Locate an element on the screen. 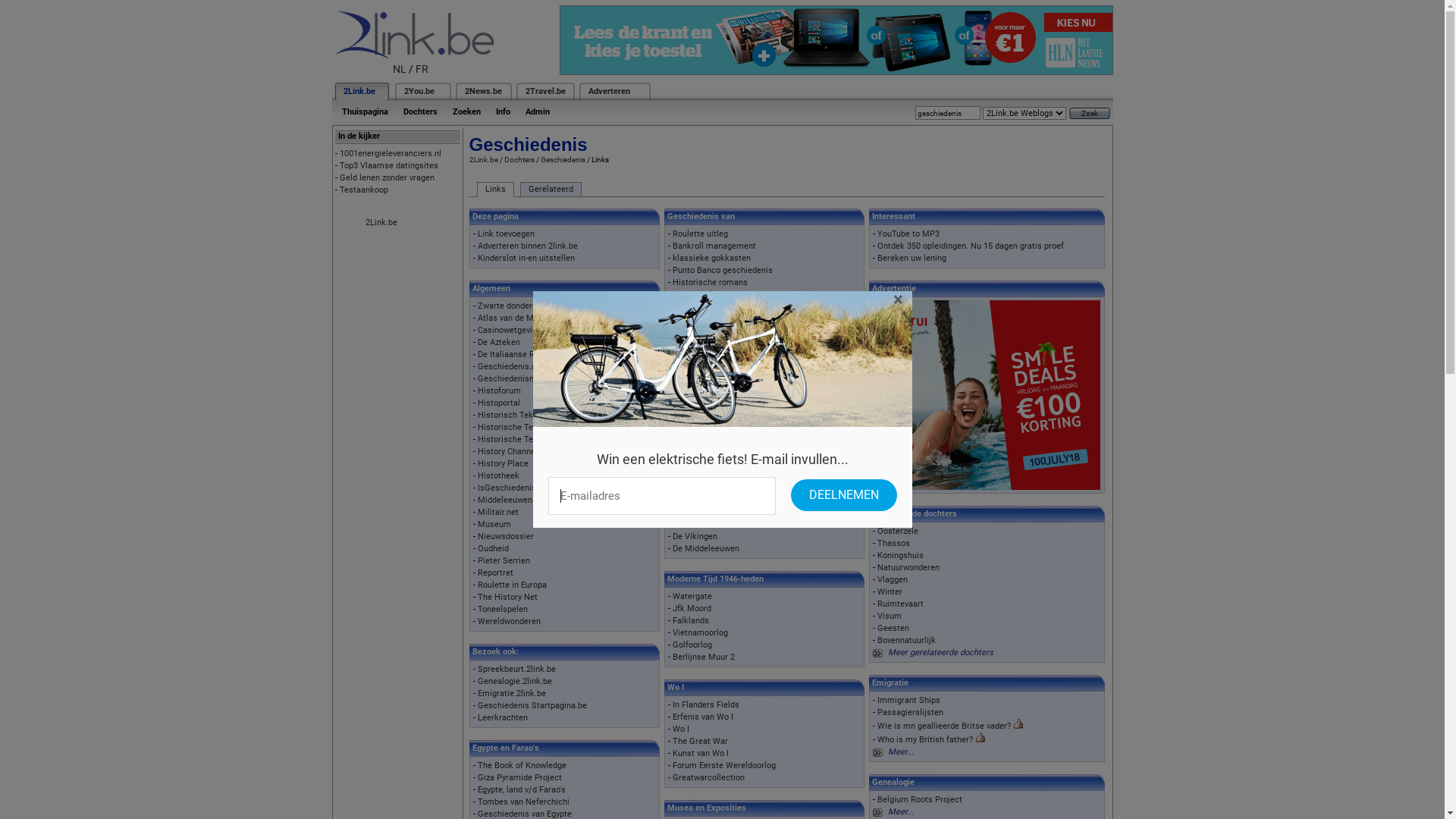 The image size is (1456, 819). 'Natuurwonderen' is located at coordinates (908, 567).